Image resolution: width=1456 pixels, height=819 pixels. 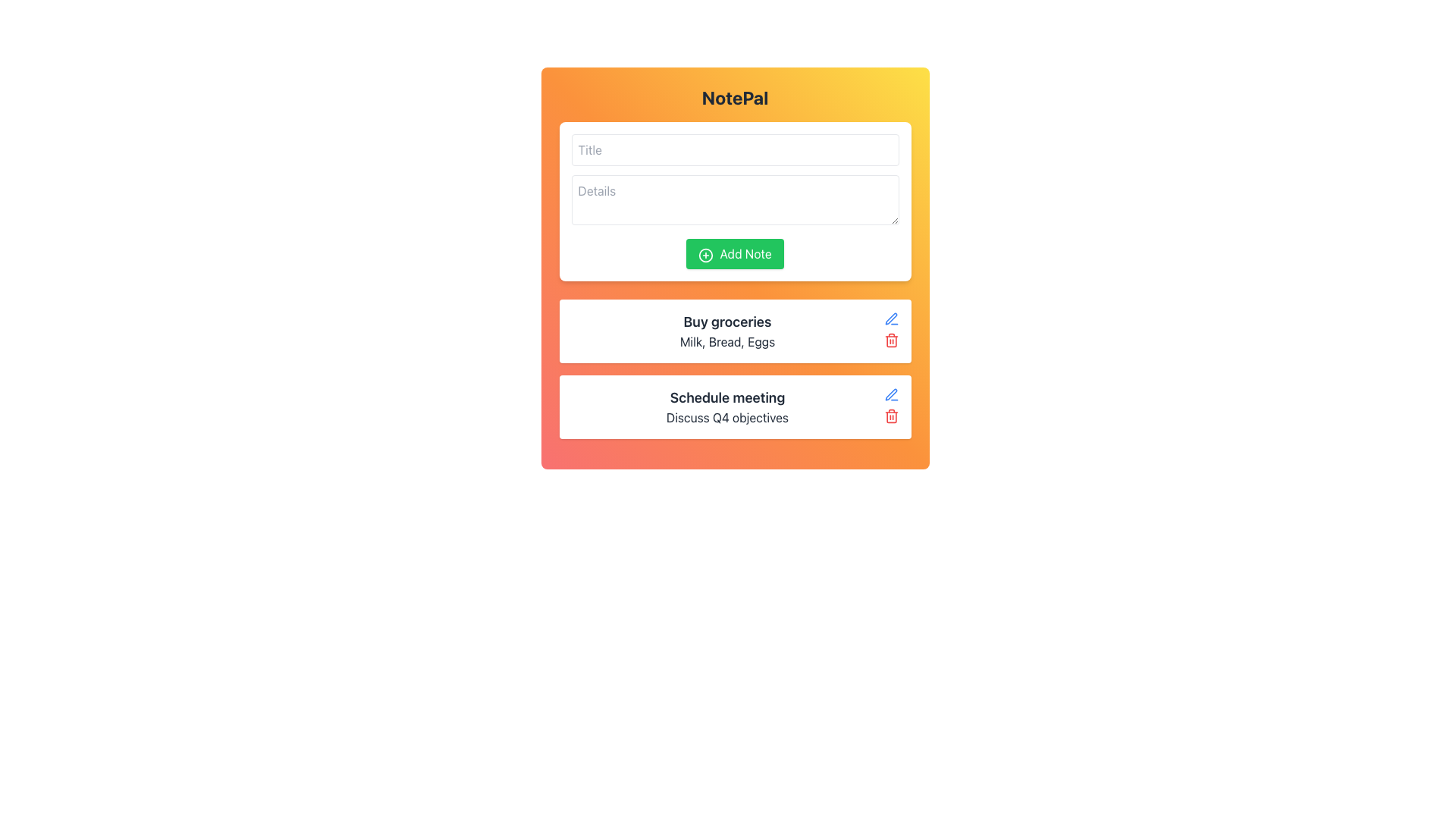 What do you see at coordinates (735, 97) in the screenshot?
I see `the Text Label element displaying 'NotePal', which is styled with bold, large font-size letters and is positioned at the topmost section of the card layout` at bounding box center [735, 97].